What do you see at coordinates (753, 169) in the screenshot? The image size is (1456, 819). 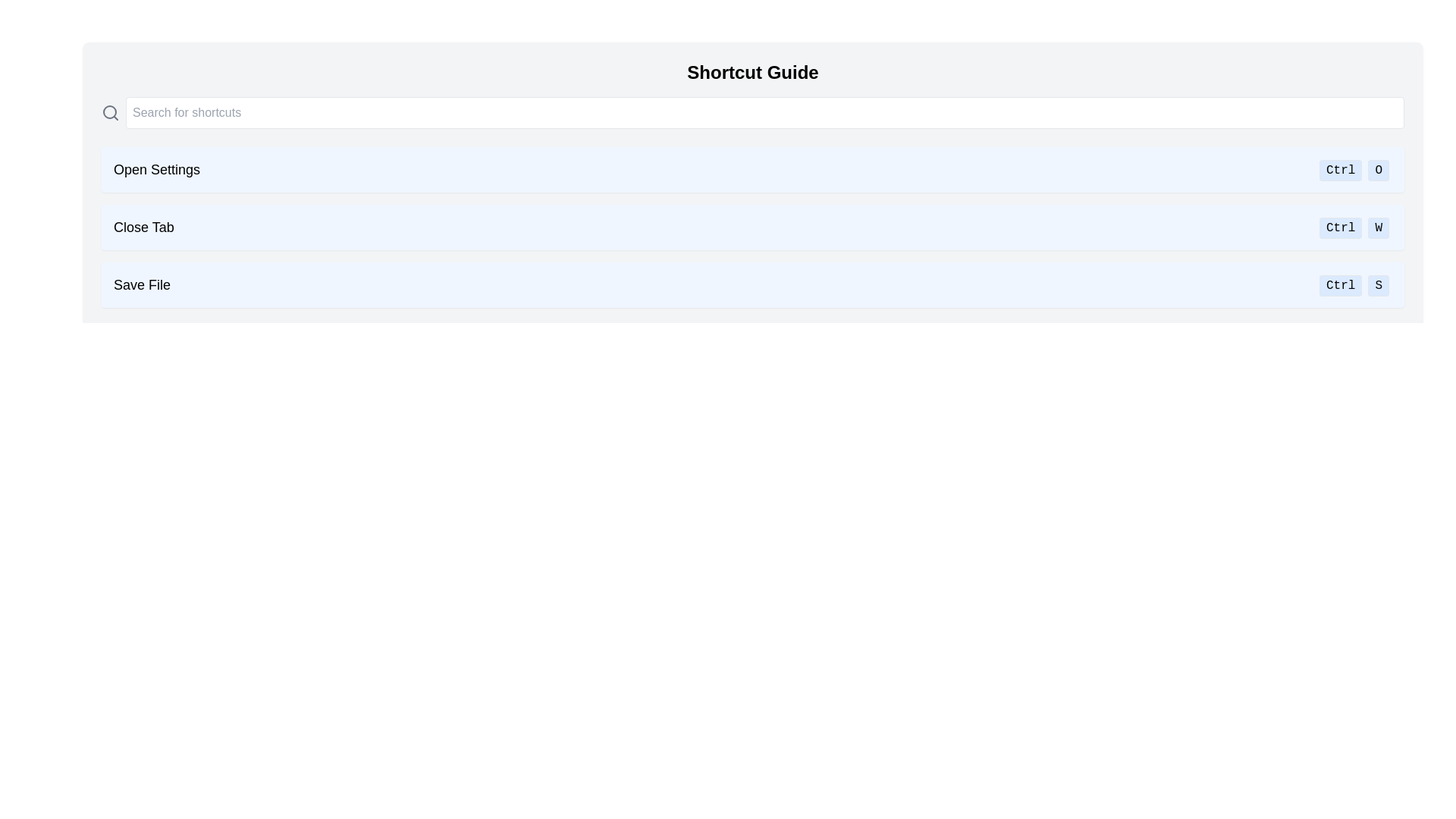 I see `the Informative bar in the shortcut panel that indicates 'Open Settings' can be triggered by 'Ctrl O'` at bounding box center [753, 169].